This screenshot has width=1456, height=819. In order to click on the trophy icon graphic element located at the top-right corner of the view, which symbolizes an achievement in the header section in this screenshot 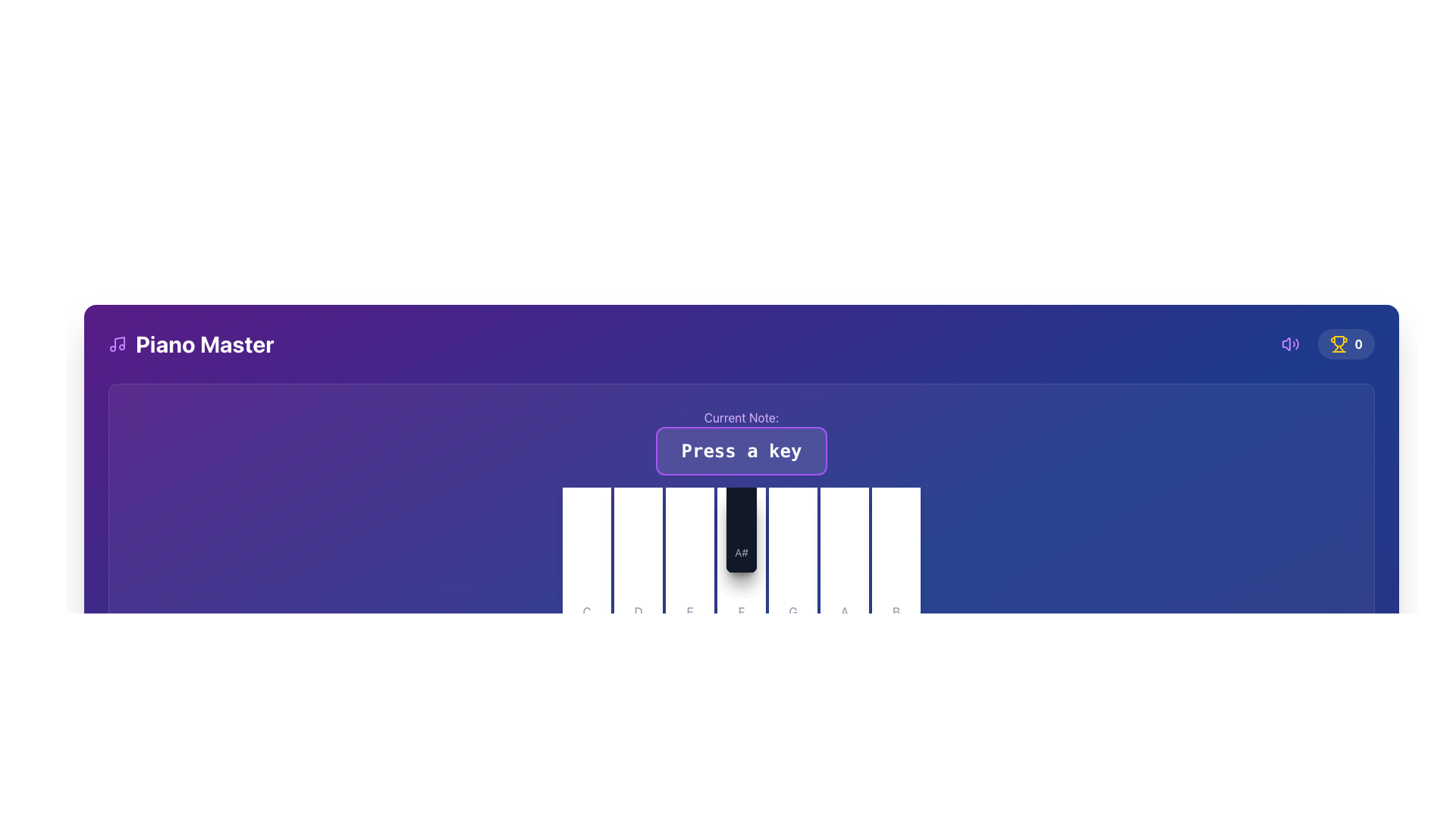, I will do `click(1339, 341)`.